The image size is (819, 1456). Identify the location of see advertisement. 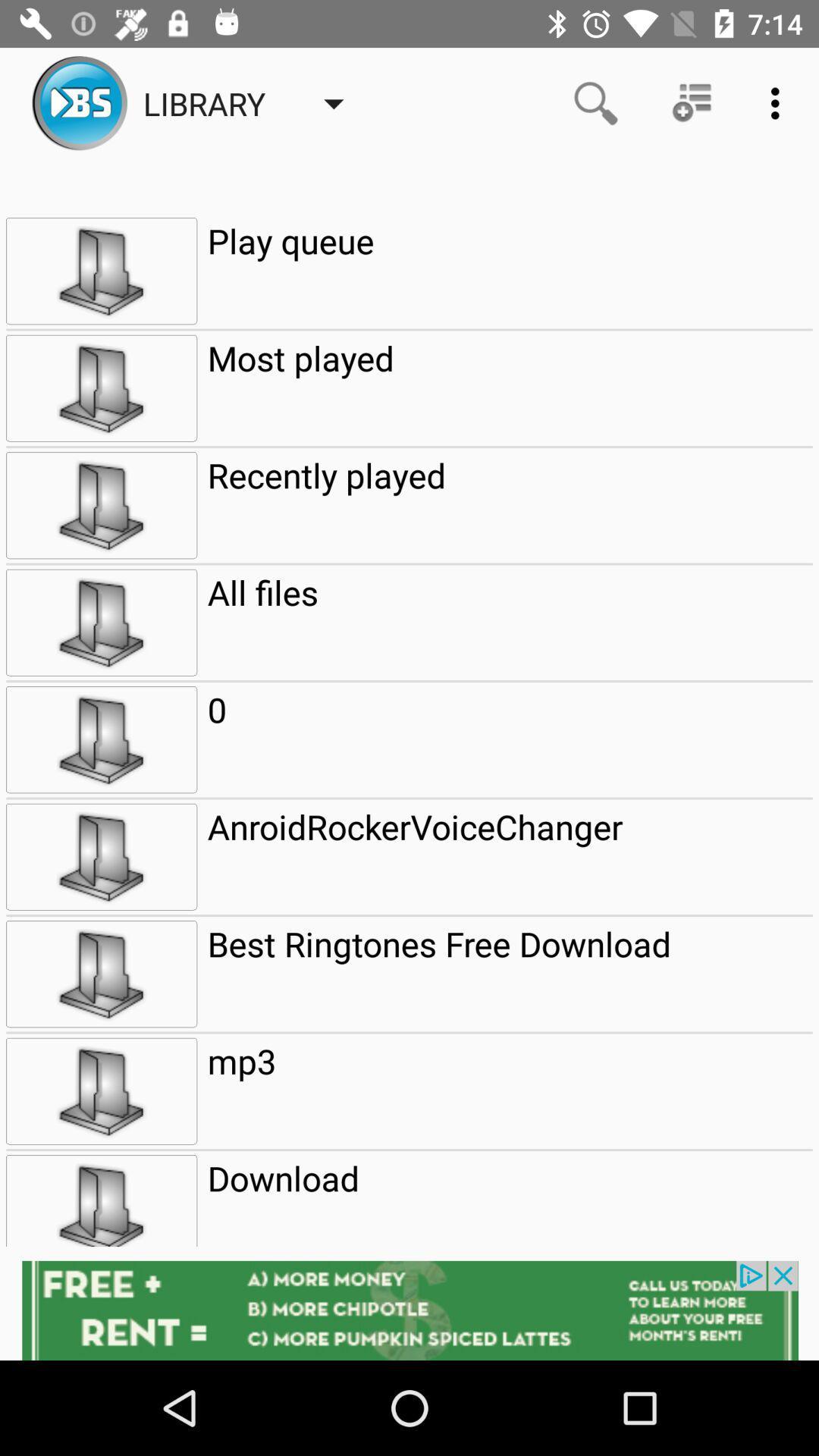
(409, 1310).